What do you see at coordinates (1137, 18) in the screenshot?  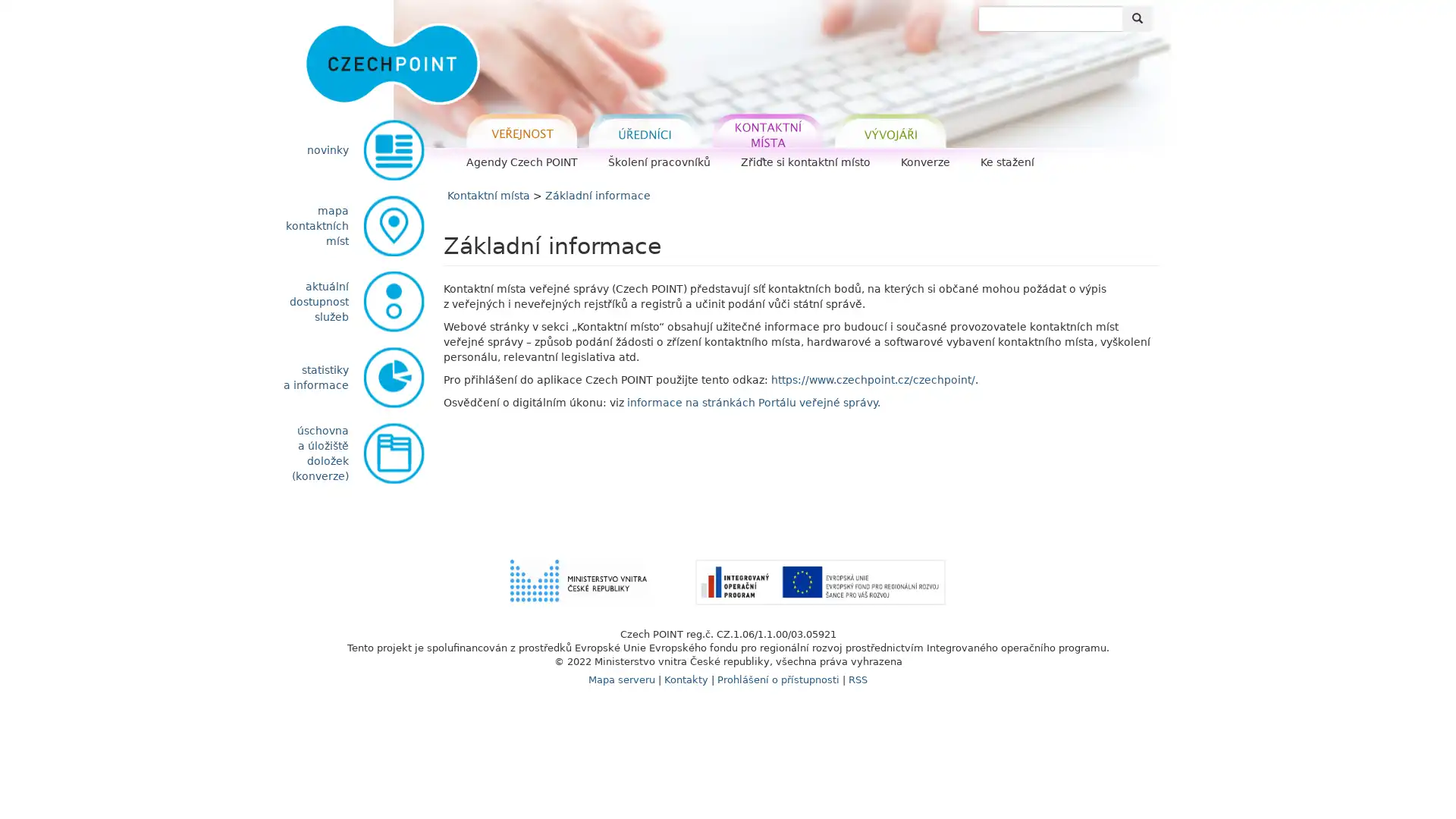 I see `Odeslat` at bounding box center [1137, 18].